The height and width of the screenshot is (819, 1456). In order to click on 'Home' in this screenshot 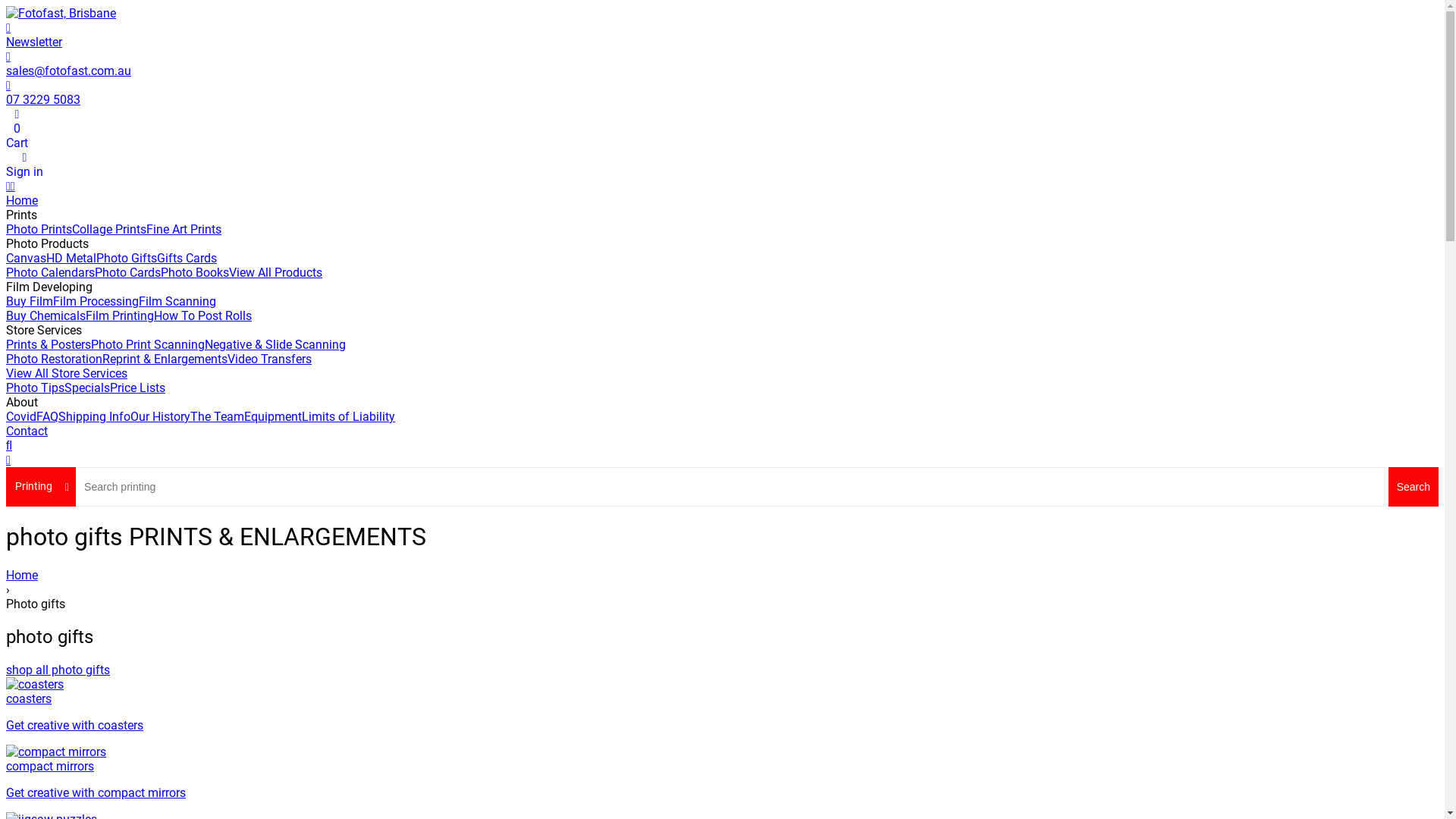, I will do `click(721, 575)`.